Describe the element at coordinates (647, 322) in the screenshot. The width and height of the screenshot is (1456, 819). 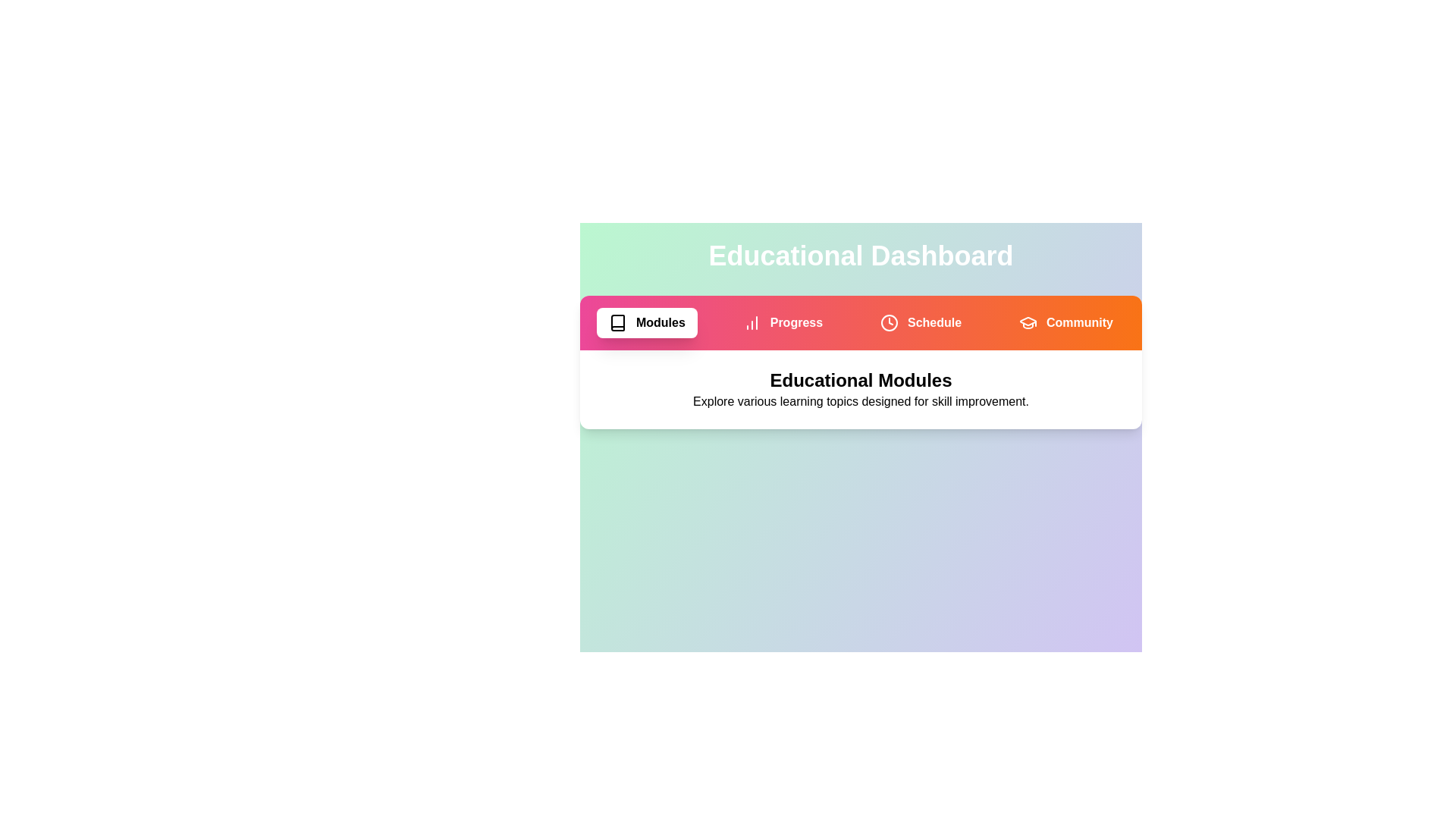
I see `the navigation button labeled 'Modules' located at the far left of the horizontal navigation bar` at that location.